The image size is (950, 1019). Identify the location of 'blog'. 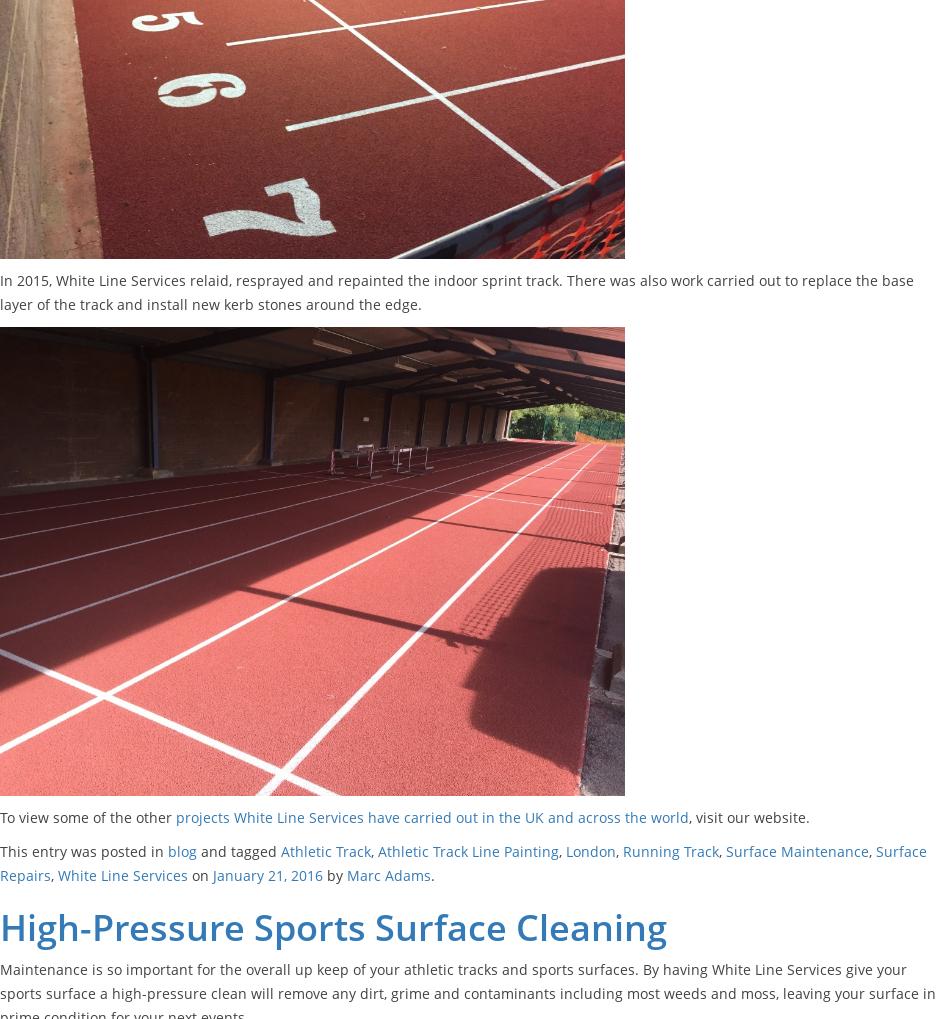
(182, 850).